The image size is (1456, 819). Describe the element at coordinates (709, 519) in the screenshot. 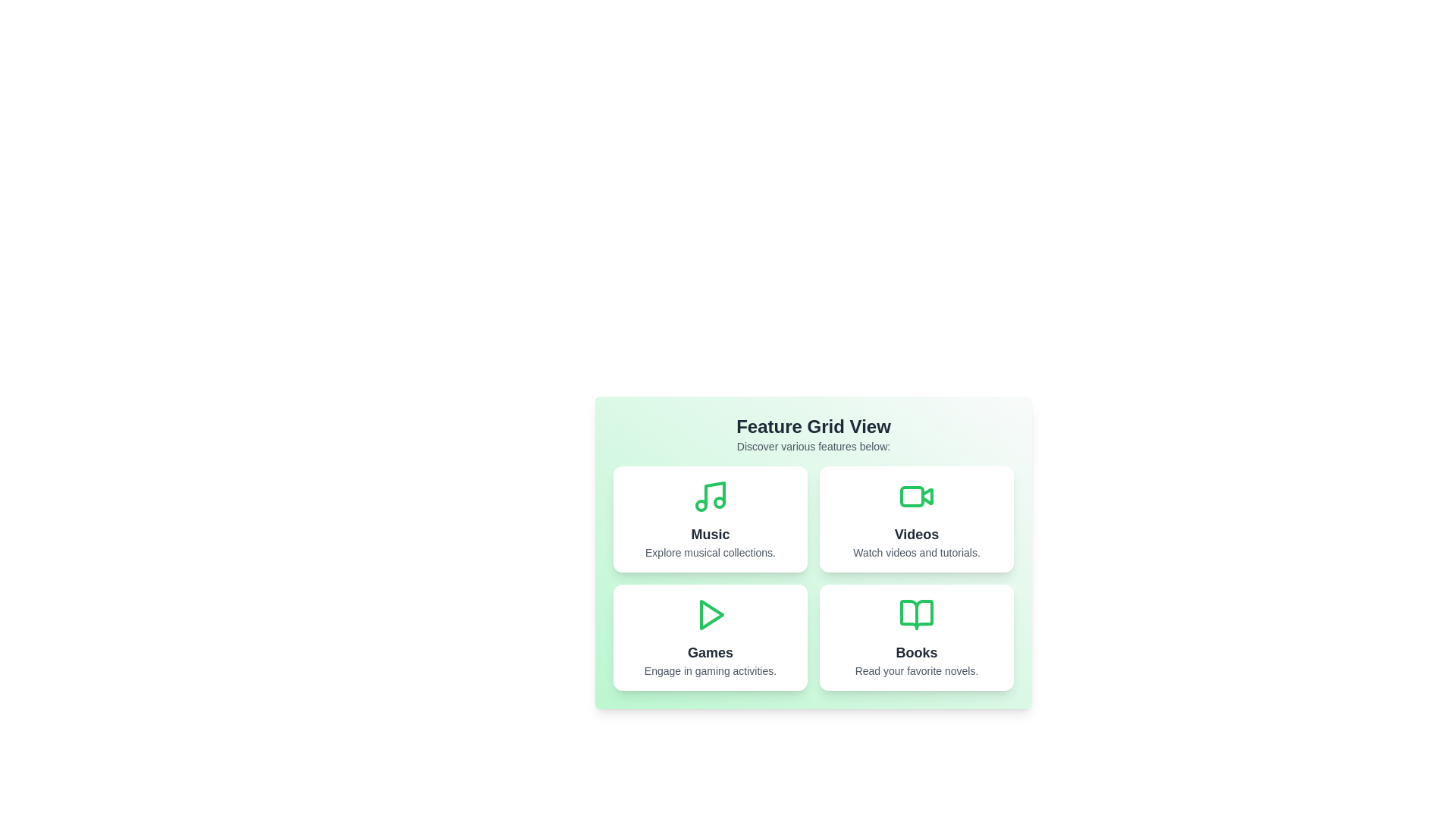

I see `the Music card to explore its functionality` at that location.